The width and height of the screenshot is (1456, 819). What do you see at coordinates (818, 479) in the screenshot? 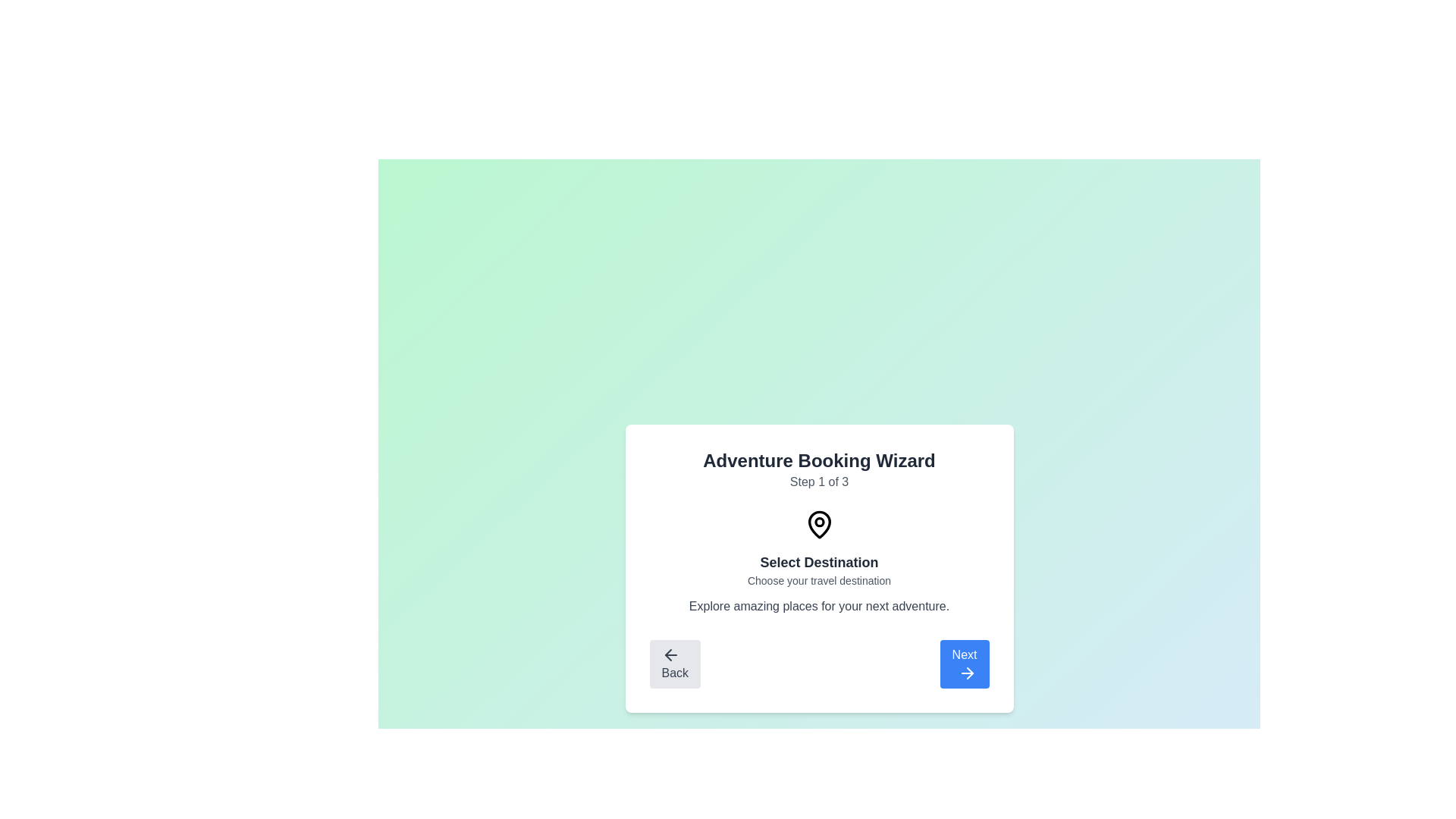
I see `the step progression displayed in the header of the 'Adventure Booking Wizard' card, which indicates 'Step 1 of 3'` at bounding box center [818, 479].